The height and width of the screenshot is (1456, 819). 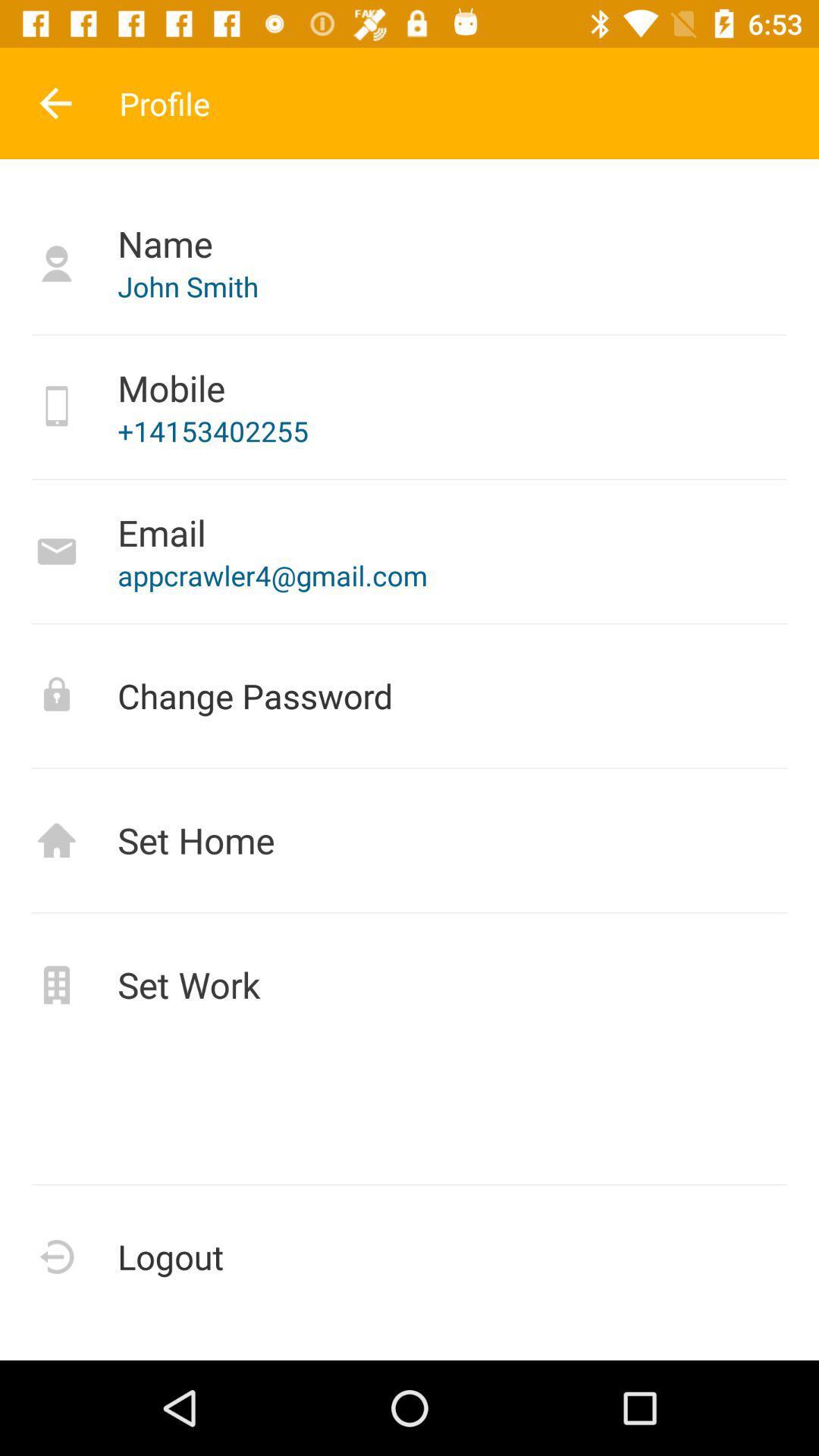 I want to click on the item next to the profile app, so click(x=55, y=102).